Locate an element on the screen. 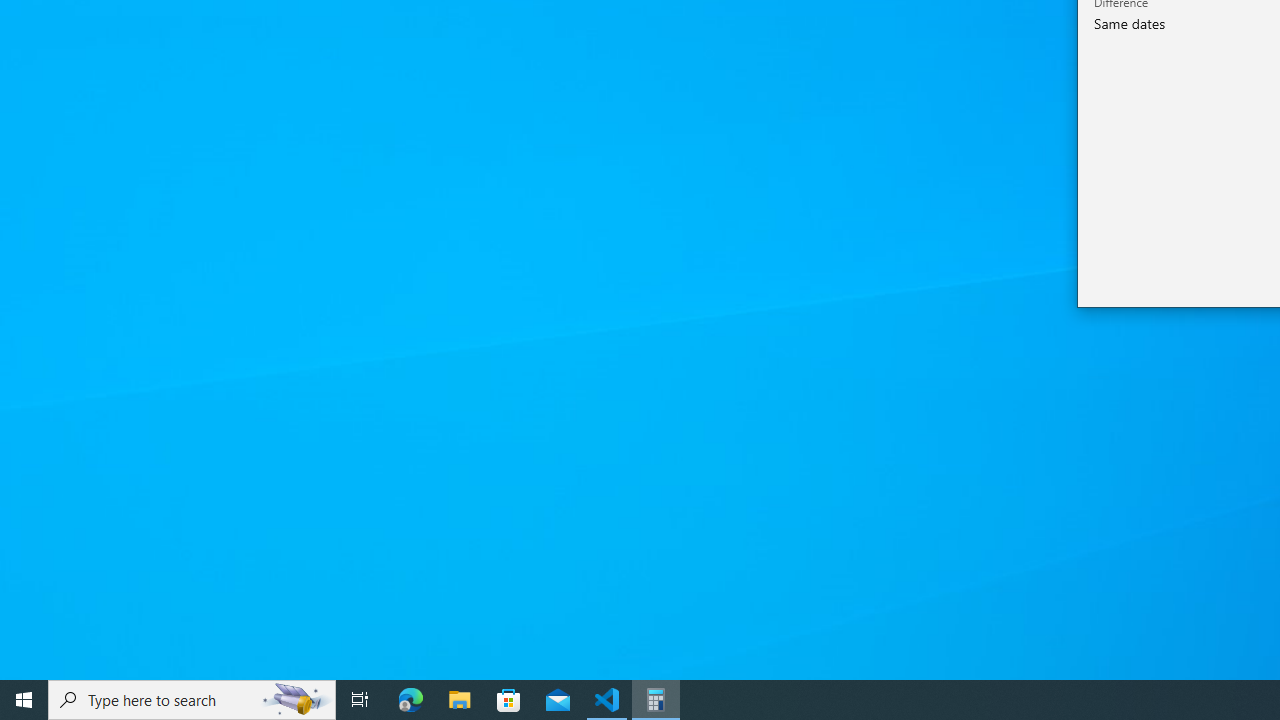  'Visual Studio Code - 1 running window' is located at coordinates (606, 698).